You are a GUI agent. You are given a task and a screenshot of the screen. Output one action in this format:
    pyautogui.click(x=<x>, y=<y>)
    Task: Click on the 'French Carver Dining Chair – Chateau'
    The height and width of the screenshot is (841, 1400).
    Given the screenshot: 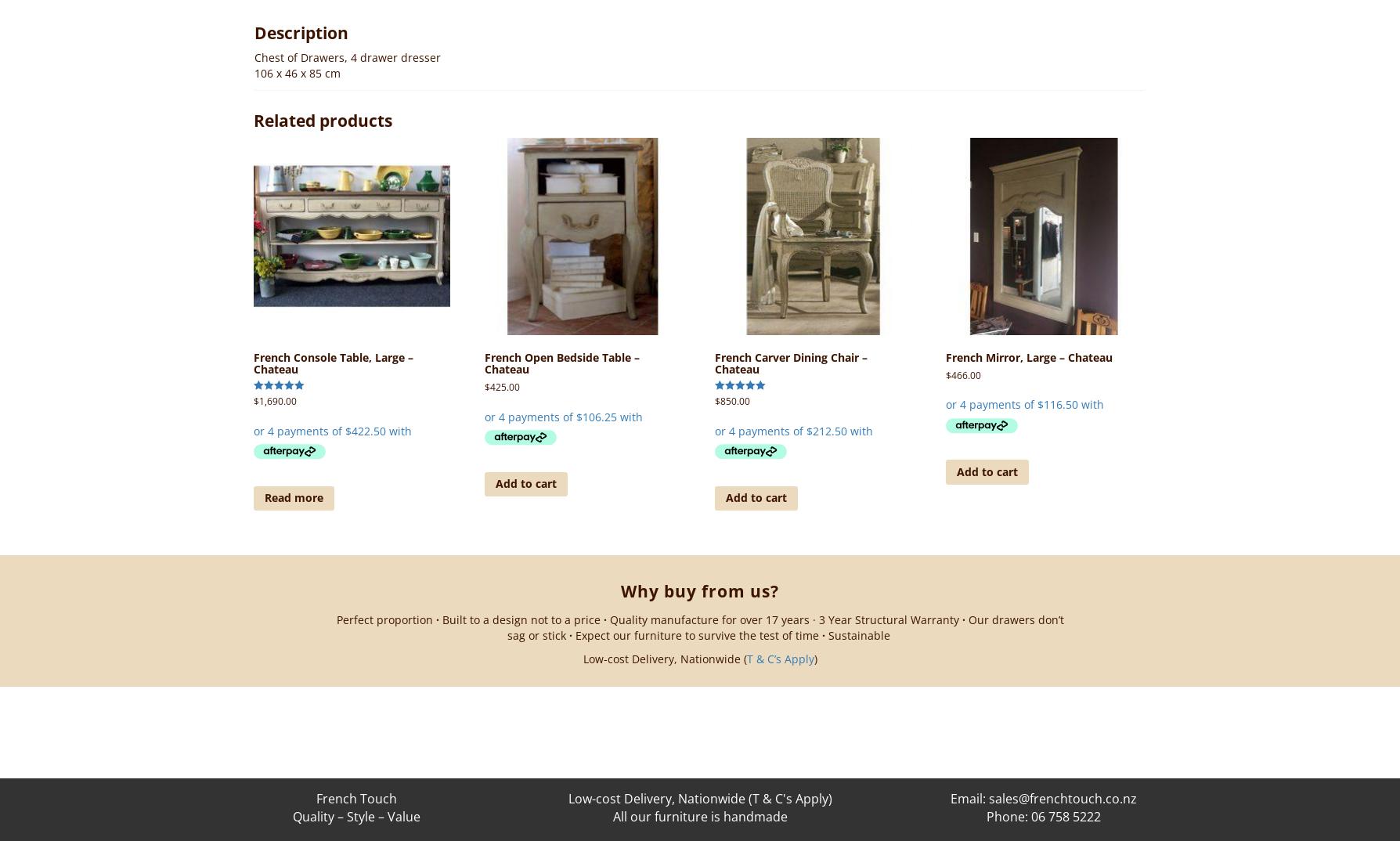 What is the action you would take?
    pyautogui.click(x=714, y=362)
    